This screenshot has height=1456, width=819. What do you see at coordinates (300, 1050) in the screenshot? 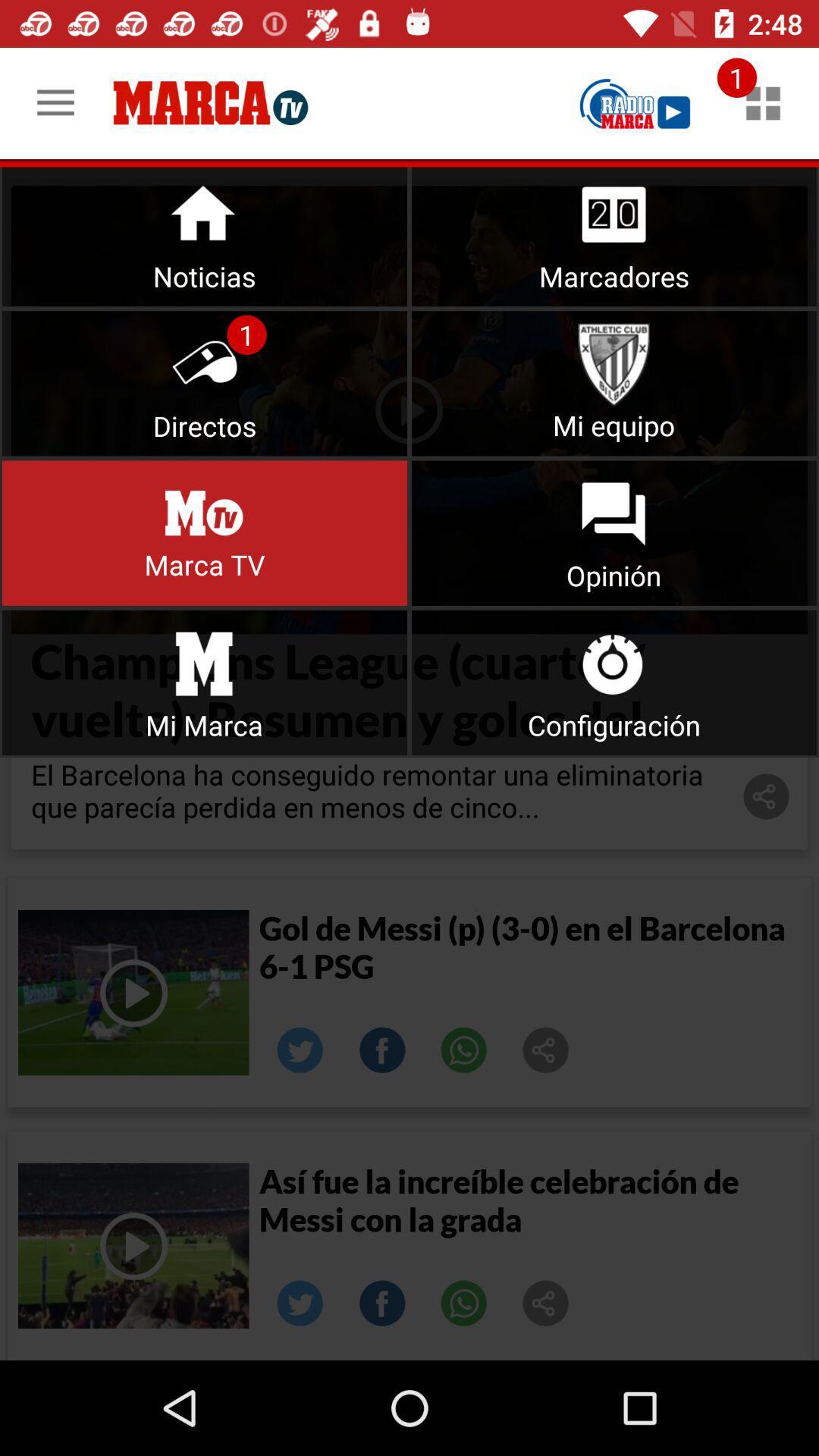
I see `share to twitter` at bounding box center [300, 1050].